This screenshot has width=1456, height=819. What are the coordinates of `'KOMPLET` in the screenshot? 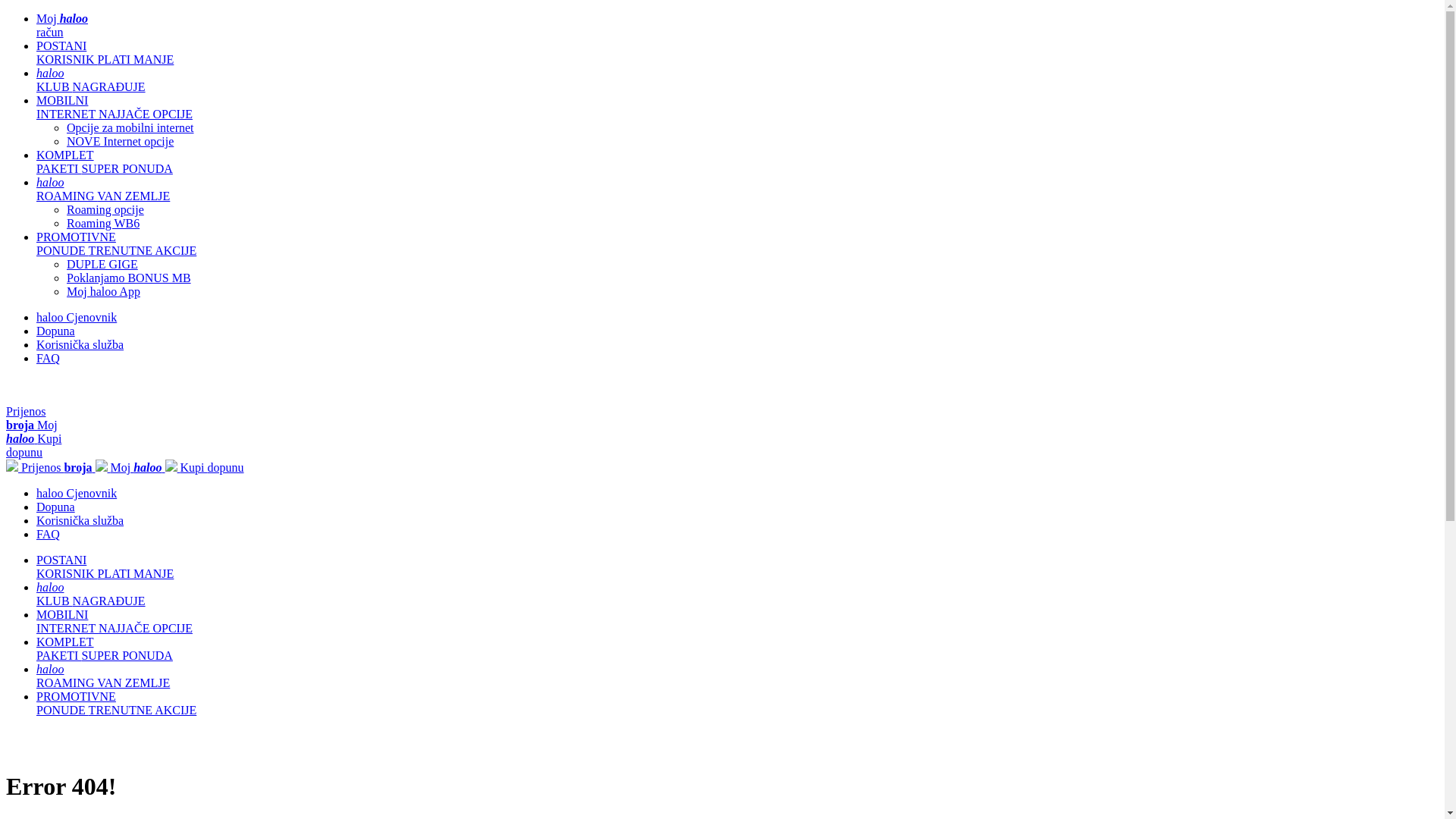 It's located at (104, 162).